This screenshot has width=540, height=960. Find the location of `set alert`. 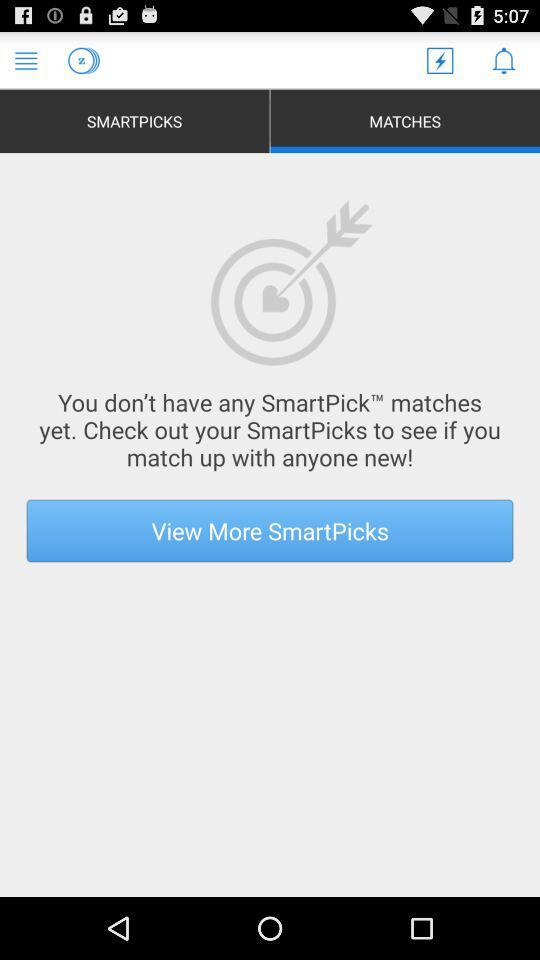

set alert is located at coordinates (502, 59).